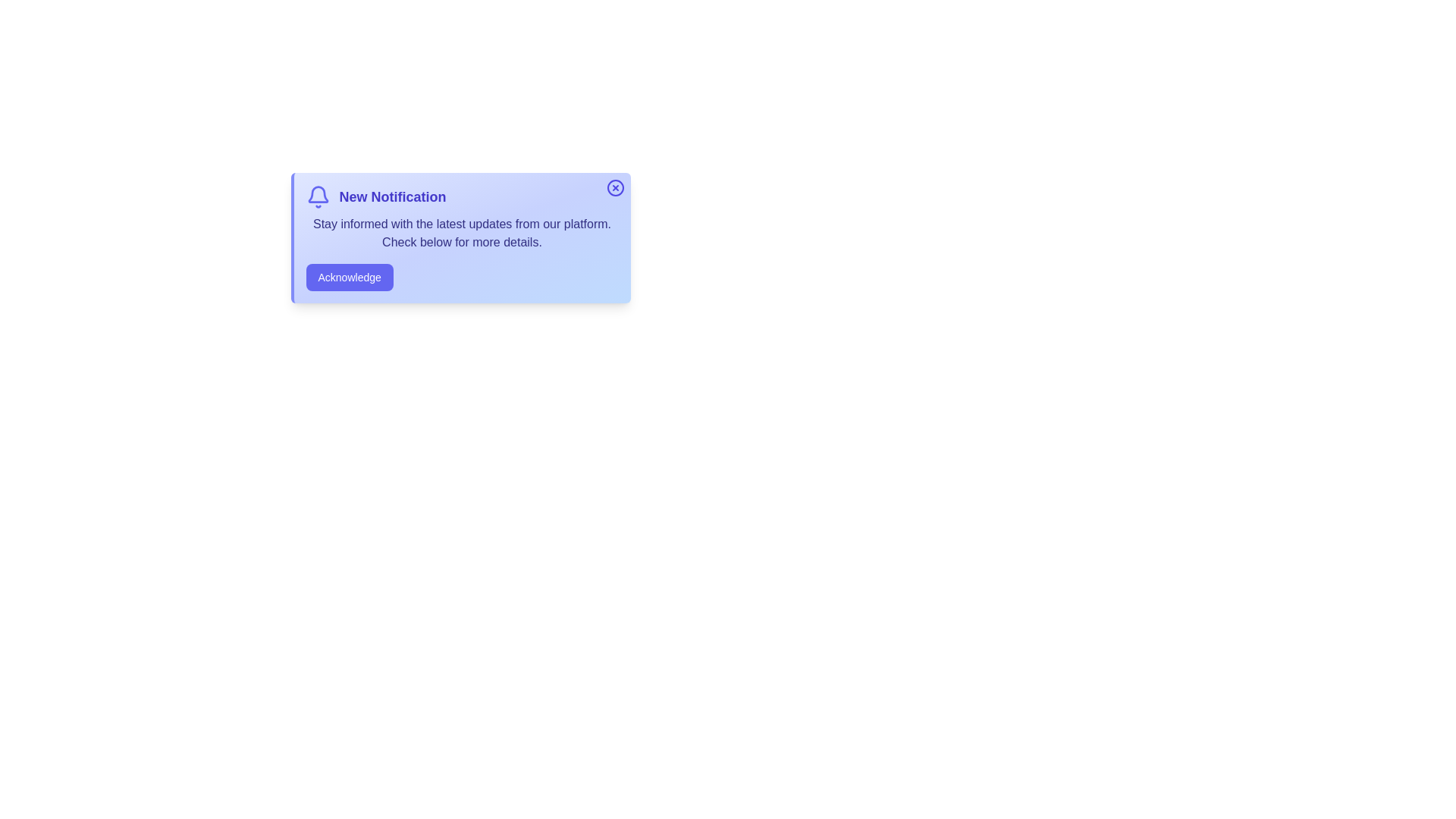 Image resolution: width=1456 pixels, height=819 pixels. I want to click on the 'Bell' icon to interact with it, so click(317, 196).